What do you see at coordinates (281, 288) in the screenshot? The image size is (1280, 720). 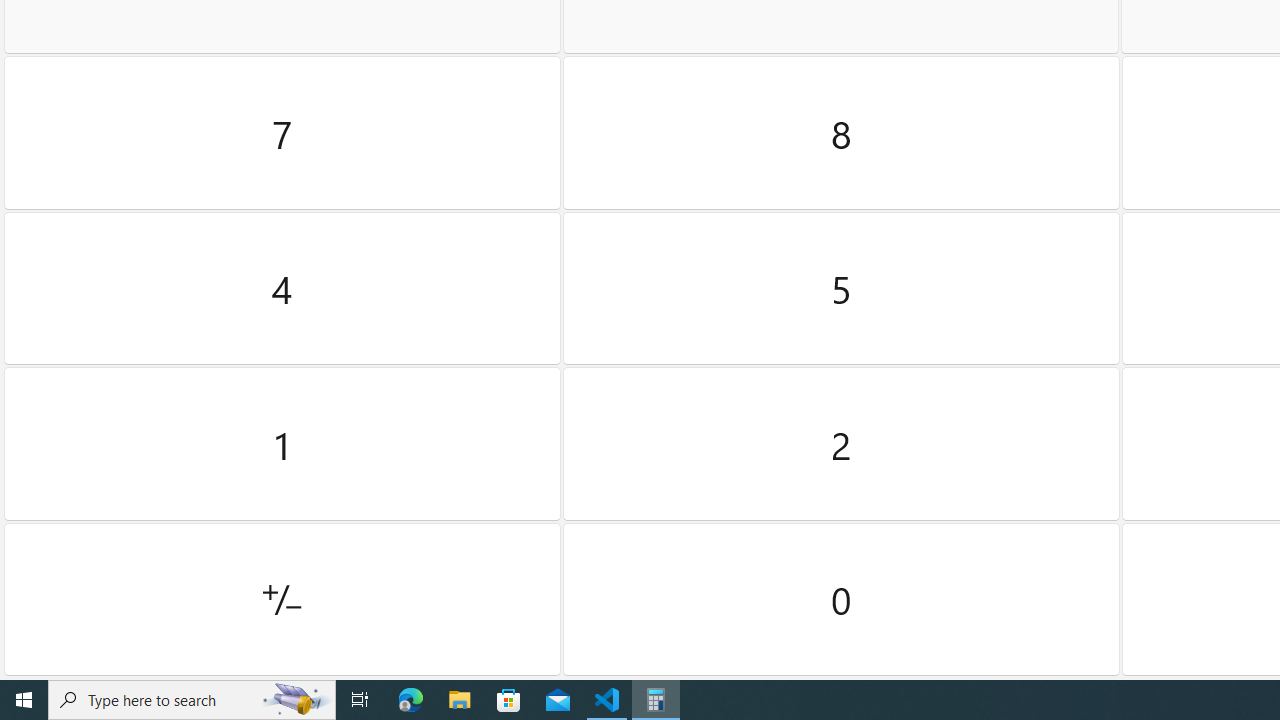 I see `'Four'` at bounding box center [281, 288].